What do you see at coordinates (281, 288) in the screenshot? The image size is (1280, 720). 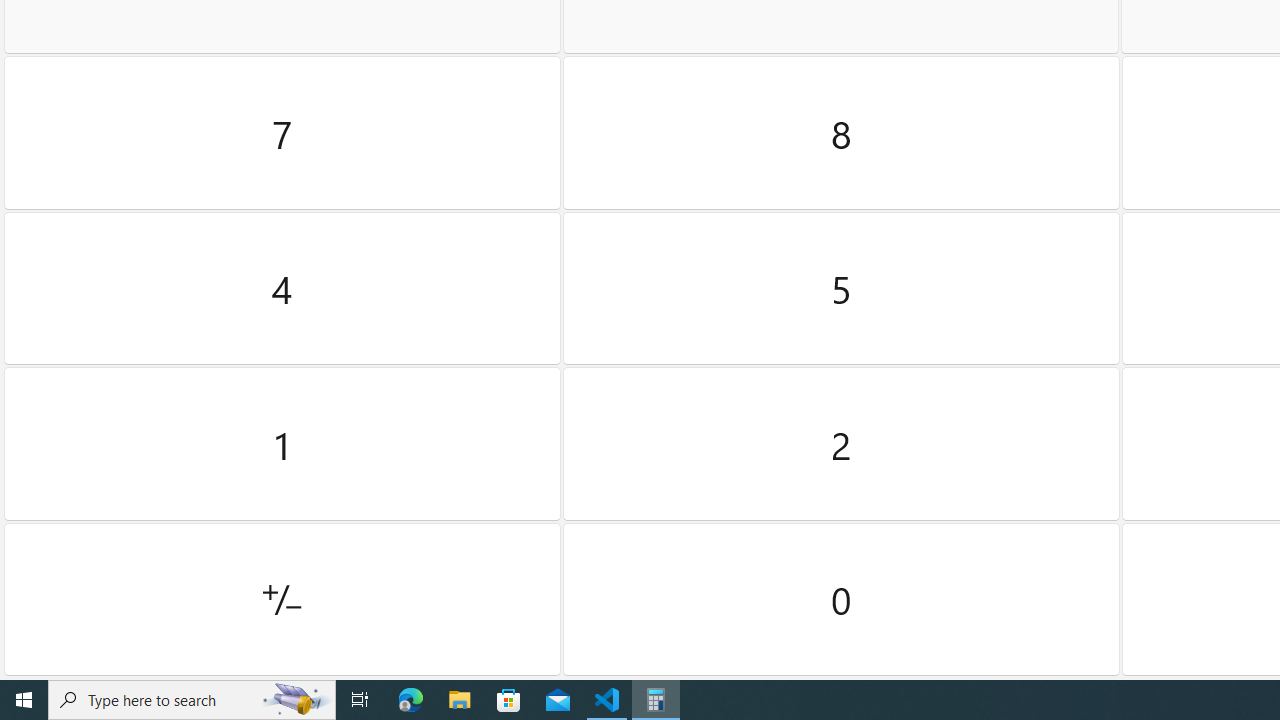 I see `'Four'` at bounding box center [281, 288].